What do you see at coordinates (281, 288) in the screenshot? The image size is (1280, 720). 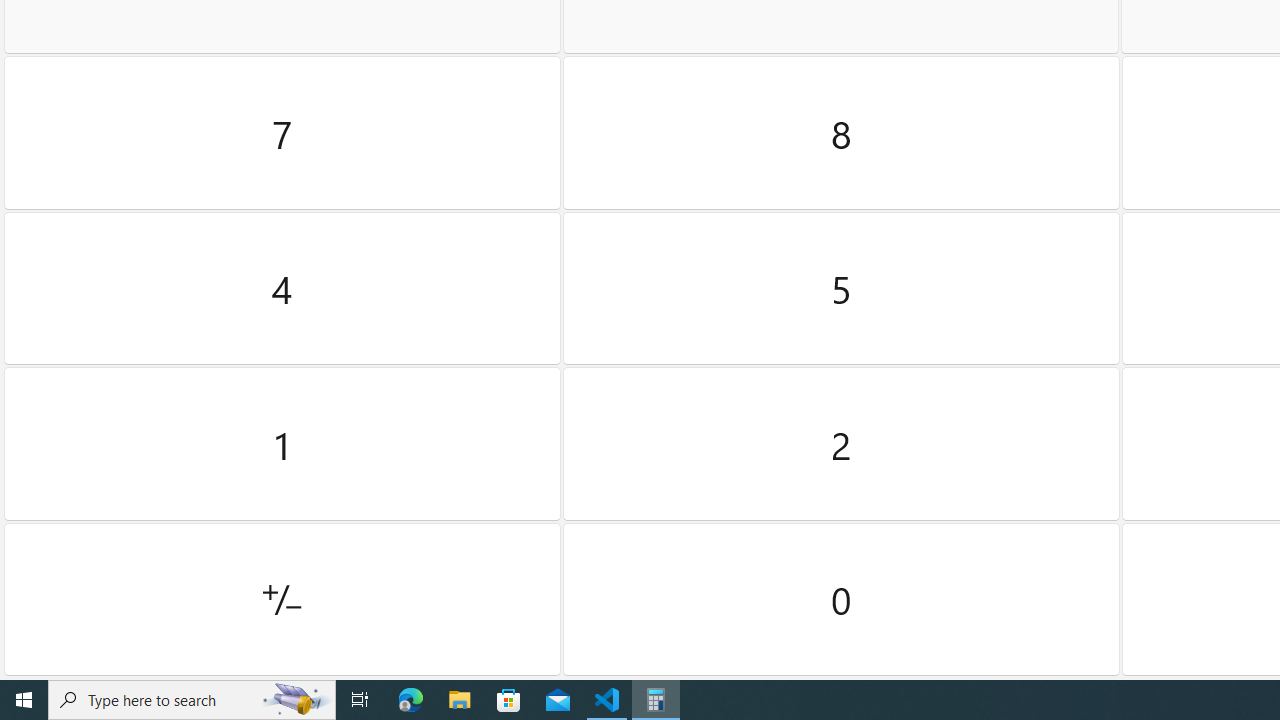 I see `'Four'` at bounding box center [281, 288].